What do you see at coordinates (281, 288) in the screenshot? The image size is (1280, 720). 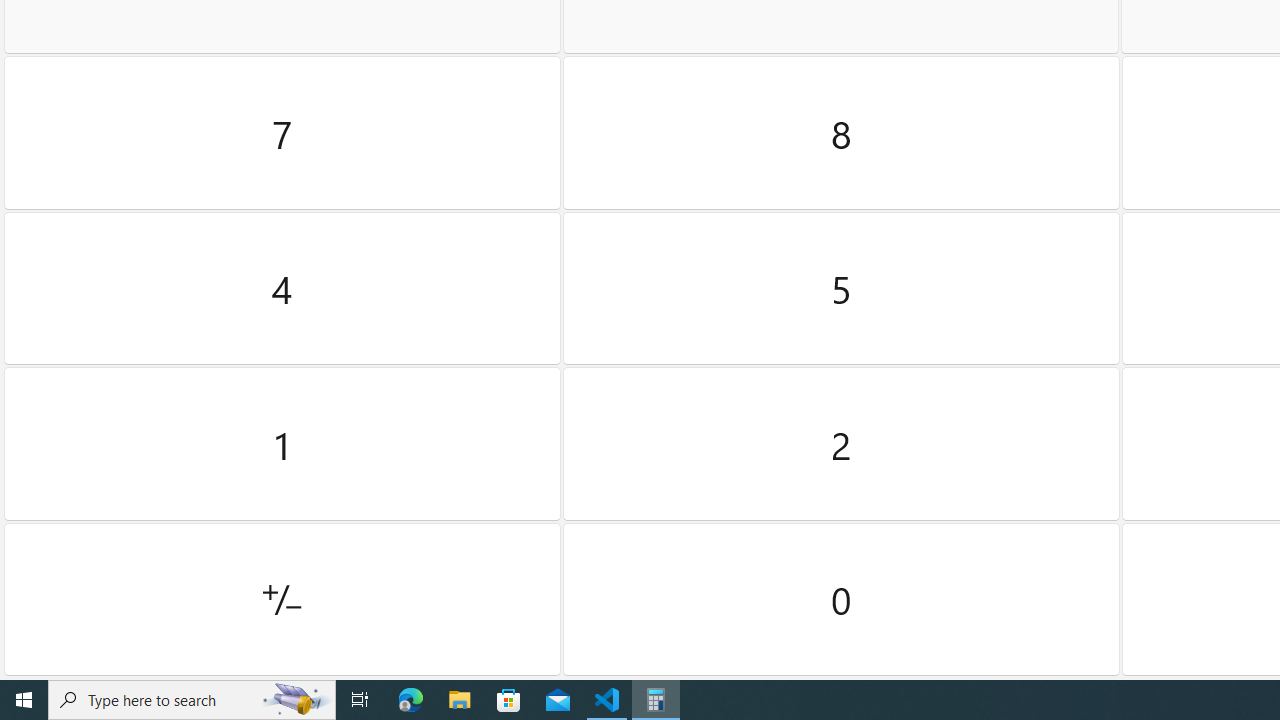 I see `'Four'` at bounding box center [281, 288].